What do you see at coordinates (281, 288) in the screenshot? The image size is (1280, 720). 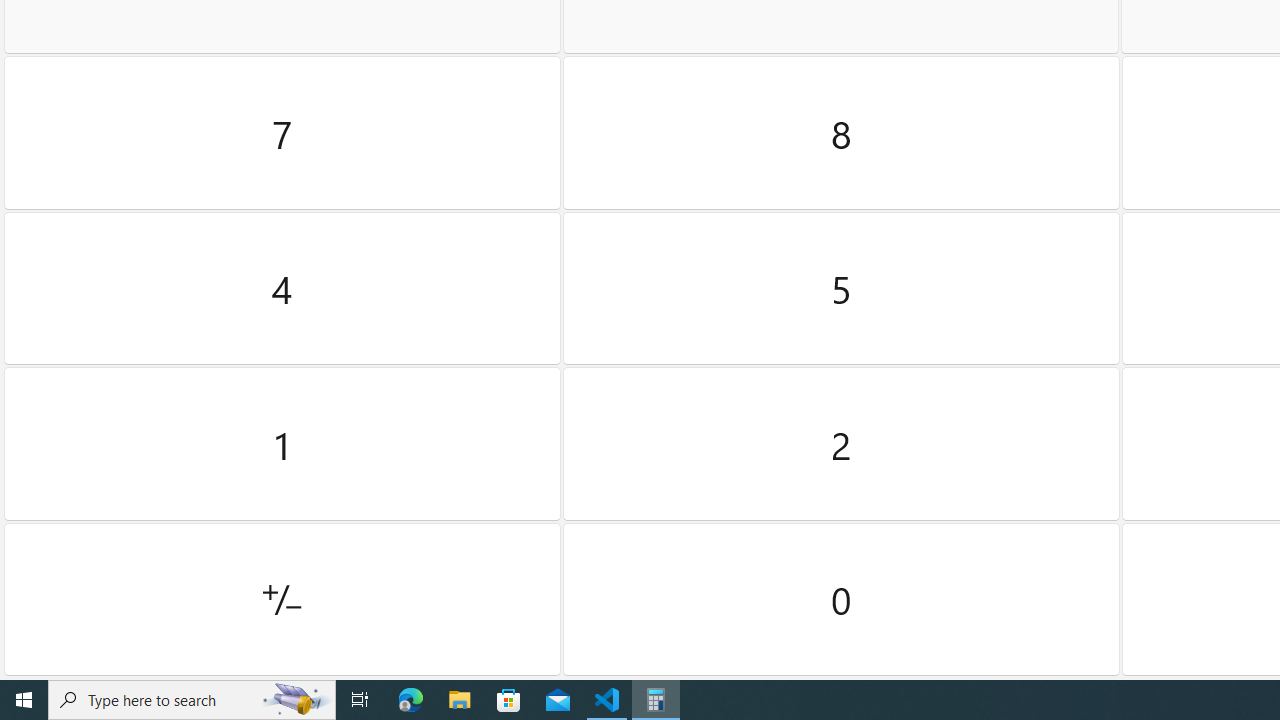 I see `'Four'` at bounding box center [281, 288].